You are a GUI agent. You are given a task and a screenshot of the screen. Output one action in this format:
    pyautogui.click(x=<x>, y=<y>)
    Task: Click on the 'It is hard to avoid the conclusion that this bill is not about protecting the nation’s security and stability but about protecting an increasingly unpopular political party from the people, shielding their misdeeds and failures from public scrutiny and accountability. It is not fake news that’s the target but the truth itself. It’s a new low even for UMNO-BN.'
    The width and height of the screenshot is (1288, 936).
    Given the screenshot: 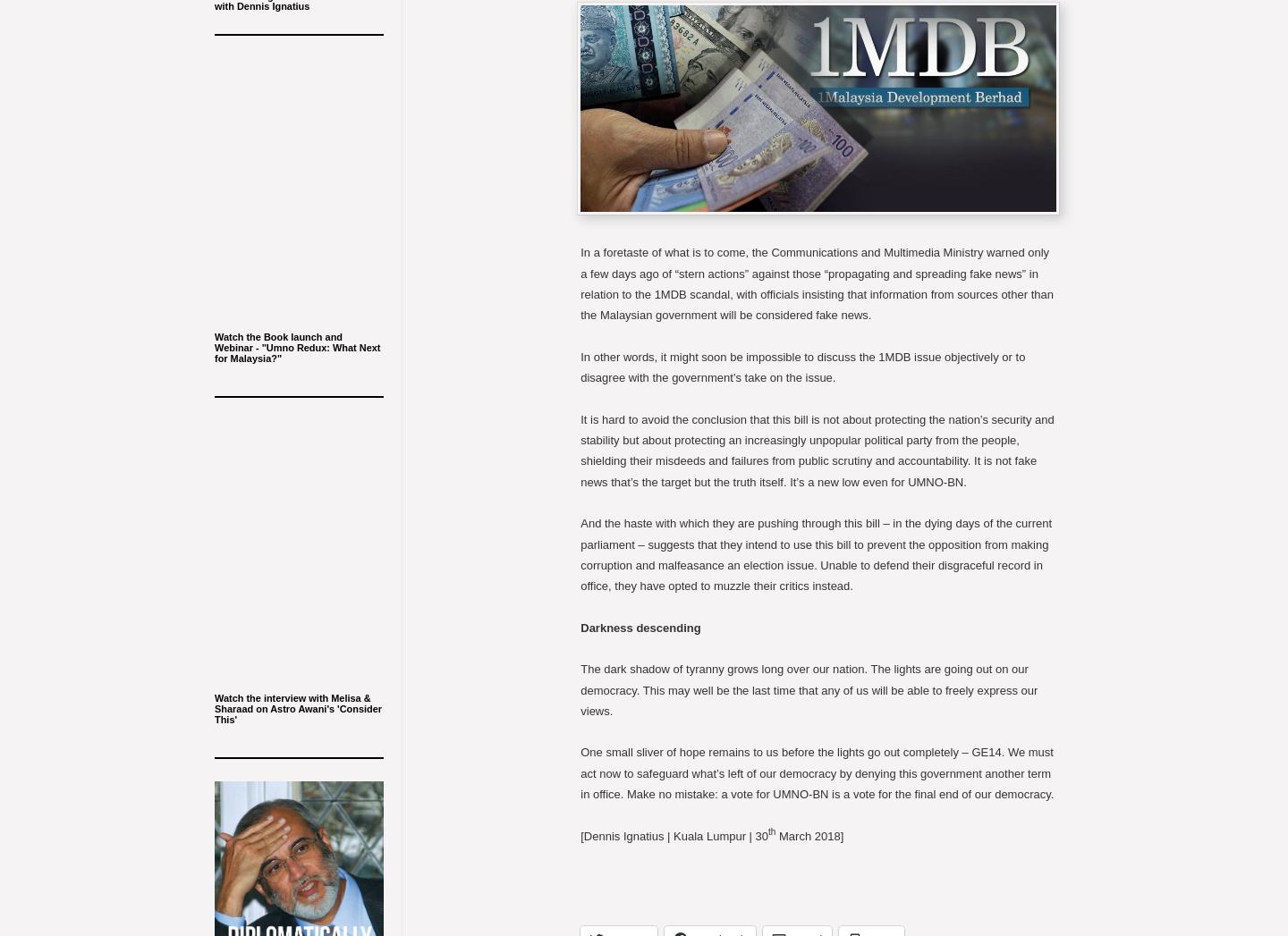 What is the action you would take?
    pyautogui.click(x=817, y=449)
    